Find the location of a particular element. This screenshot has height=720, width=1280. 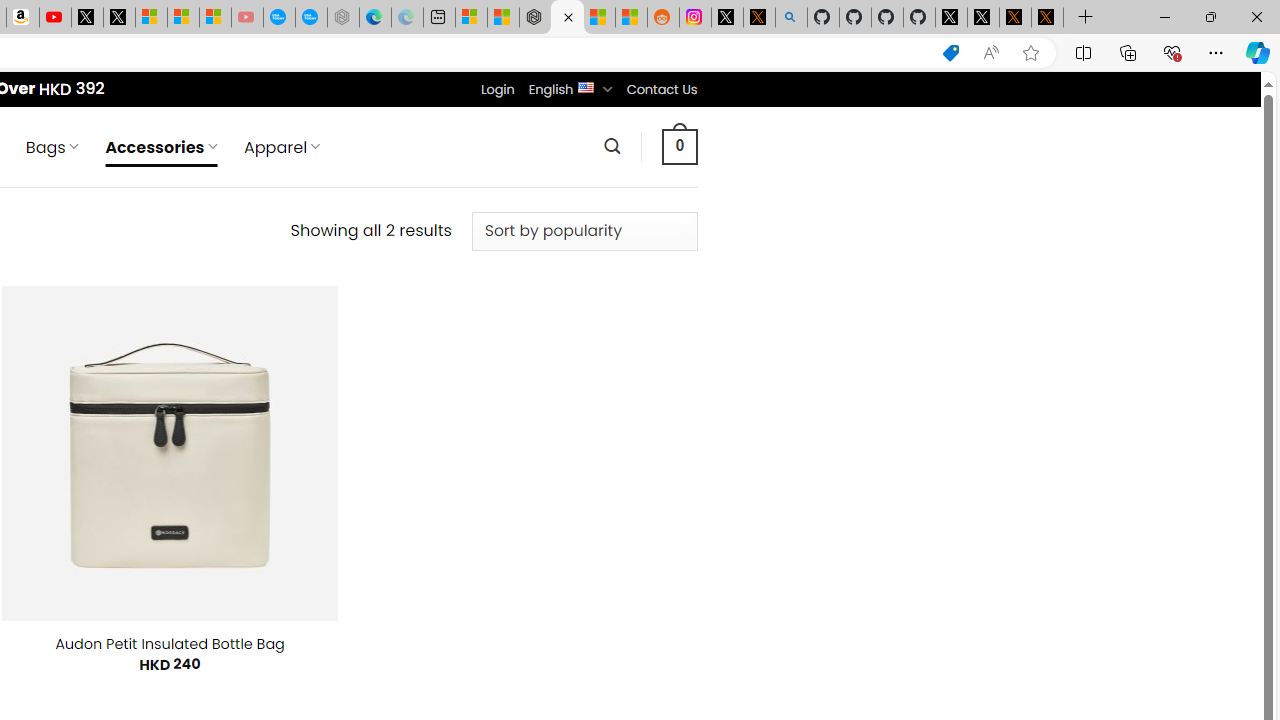

'Nordace - Best Sellers' is located at coordinates (535, 17).